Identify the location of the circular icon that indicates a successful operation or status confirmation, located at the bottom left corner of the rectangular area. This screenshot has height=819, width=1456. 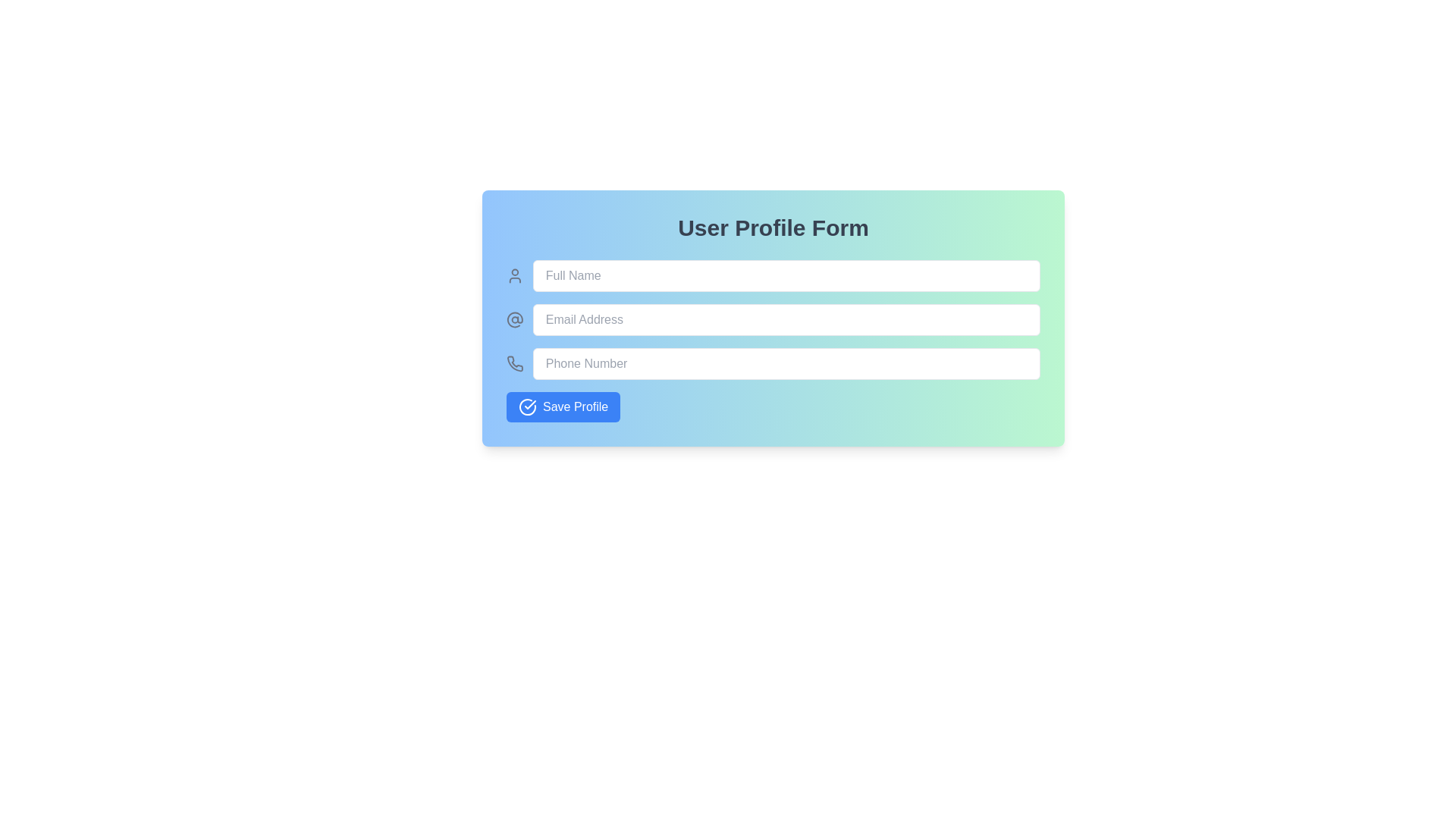
(530, 403).